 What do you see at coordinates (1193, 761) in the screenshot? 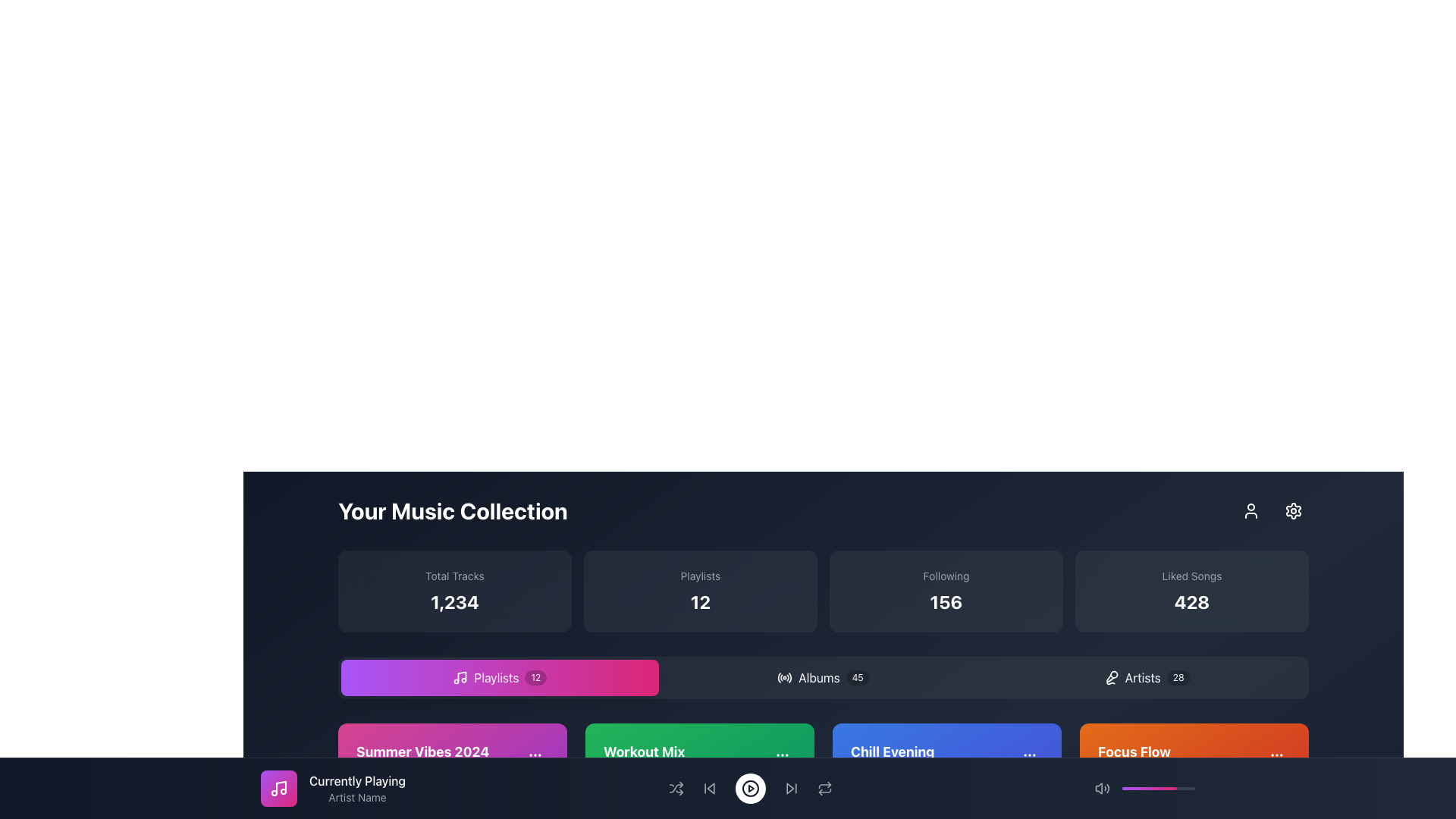
I see `the clickable card element titled 'Focus Flow' with subtext '15 tracks' located in the bottom right corner of the grid layout` at bounding box center [1193, 761].